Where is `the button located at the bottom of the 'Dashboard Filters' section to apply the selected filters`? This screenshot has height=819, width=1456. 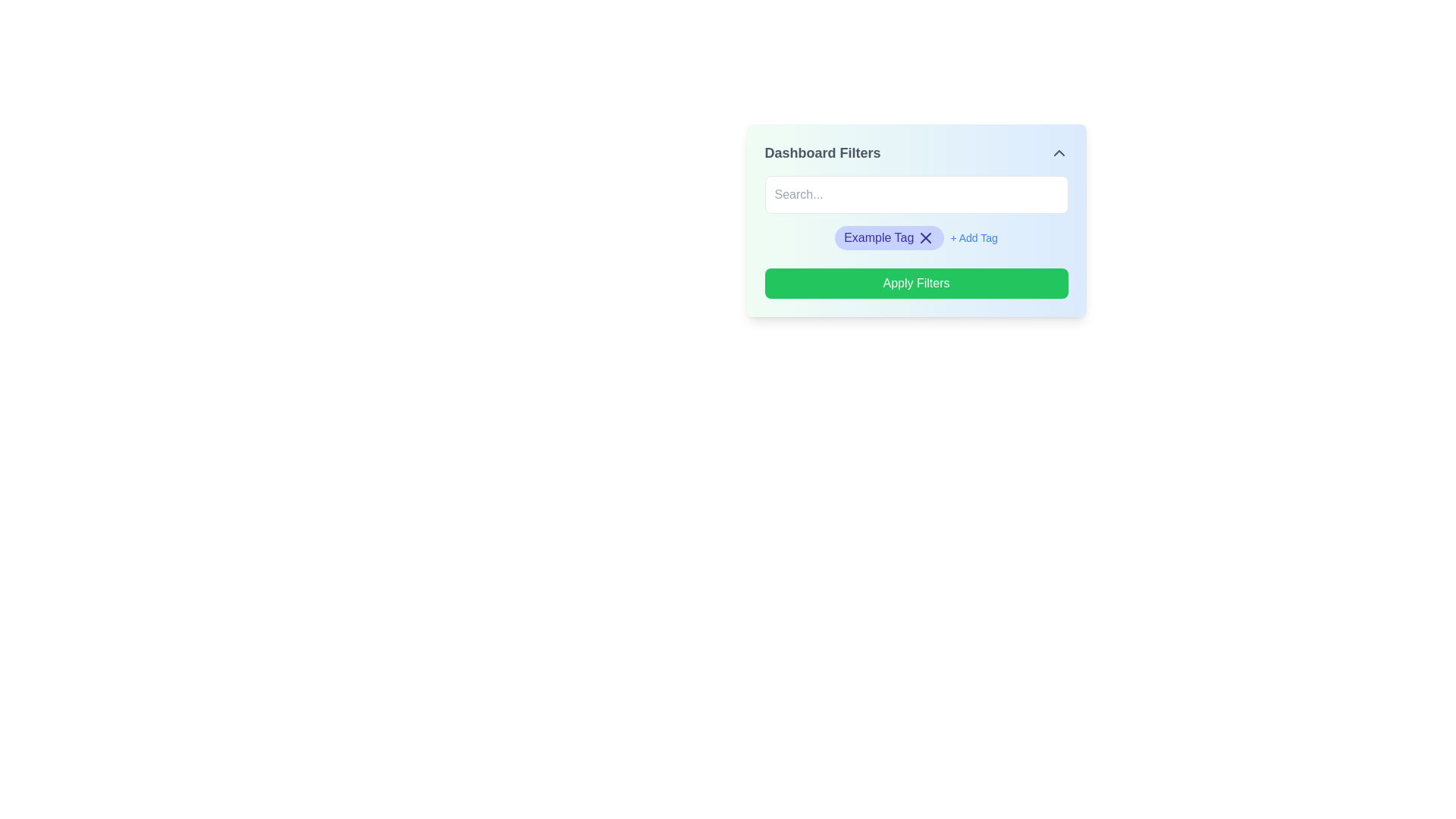 the button located at the bottom of the 'Dashboard Filters' section to apply the selected filters is located at coordinates (915, 284).